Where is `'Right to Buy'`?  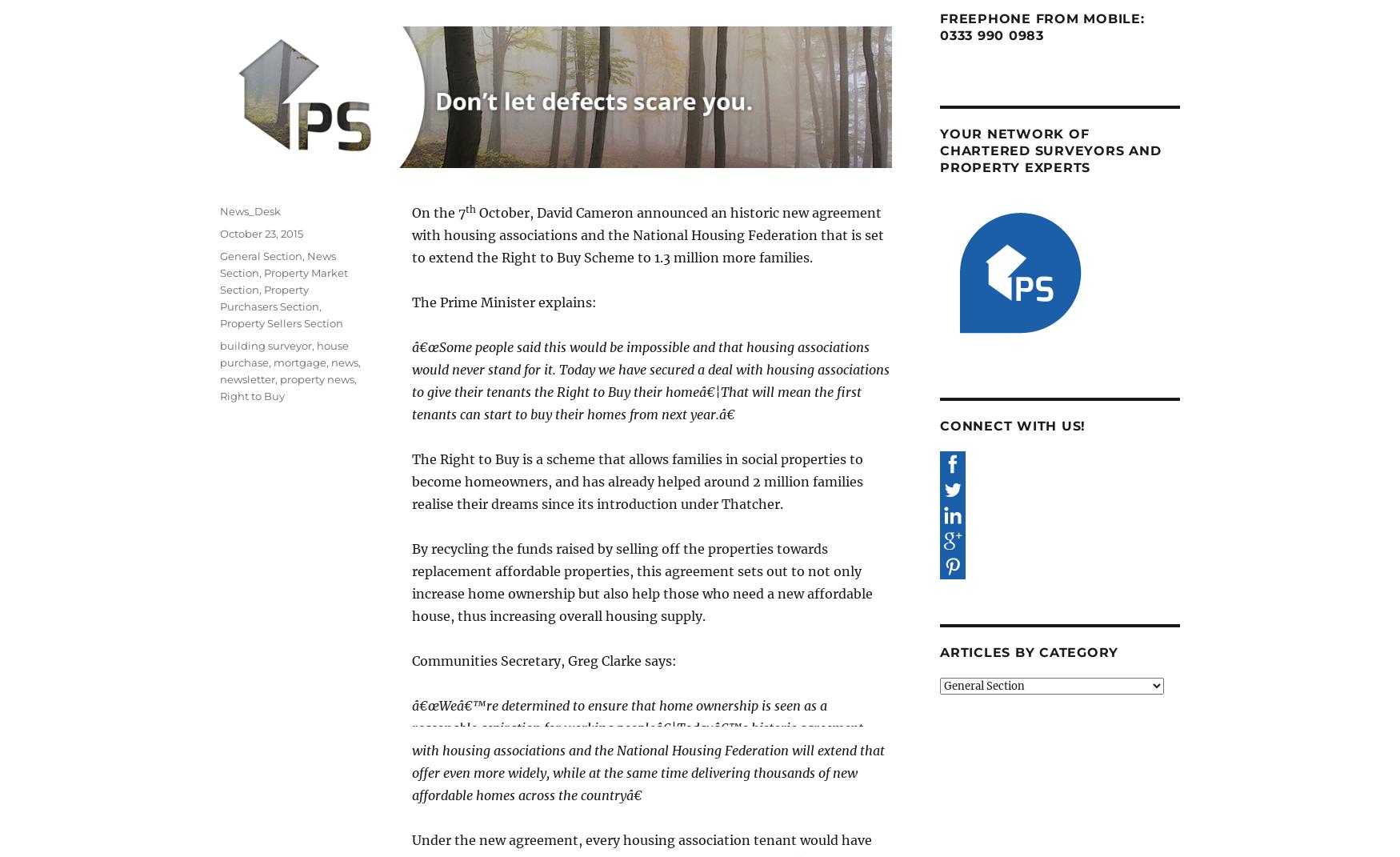 'Right to Buy' is located at coordinates (252, 394).